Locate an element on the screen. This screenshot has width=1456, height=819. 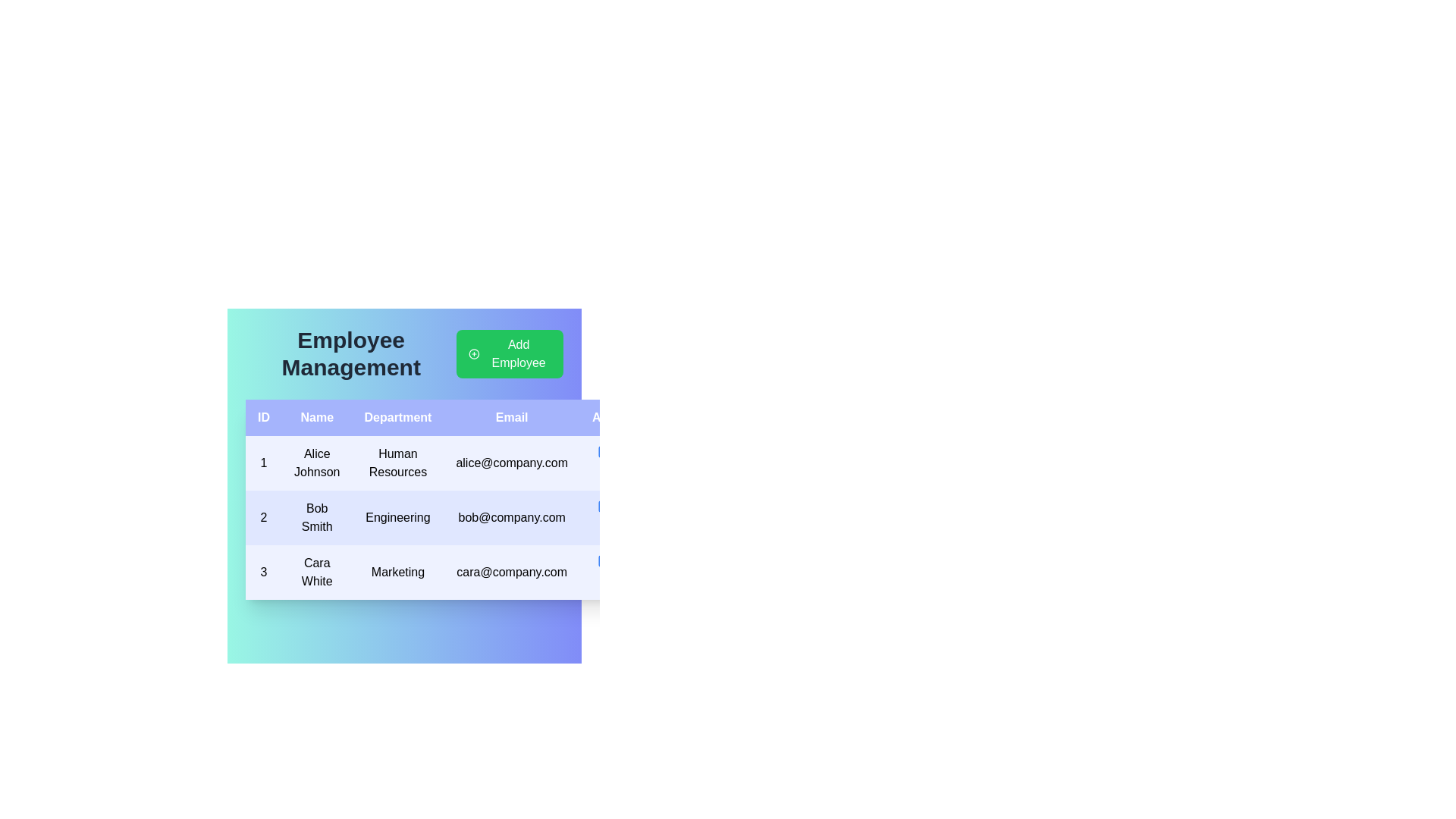
the text displaying the email address 'alice@company.com' in the 'Email' column of the employee details table is located at coordinates (512, 462).